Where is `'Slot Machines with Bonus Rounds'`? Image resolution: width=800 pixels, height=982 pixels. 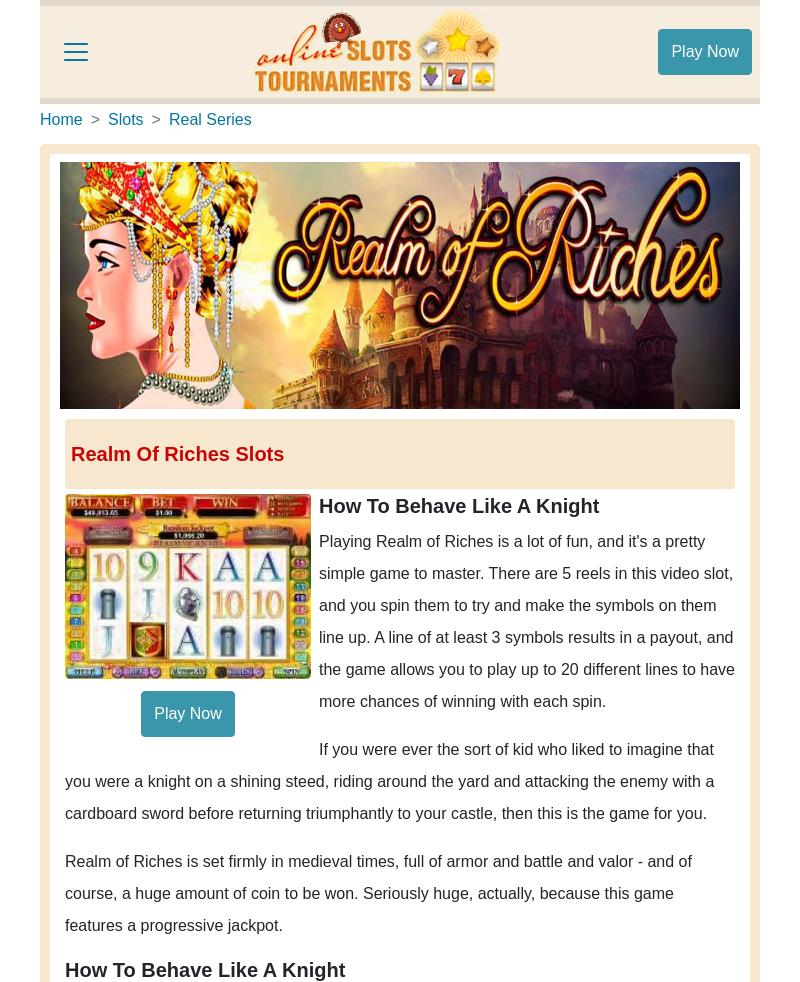
'Slot Machines with Bonus Rounds' is located at coordinates (210, 60).